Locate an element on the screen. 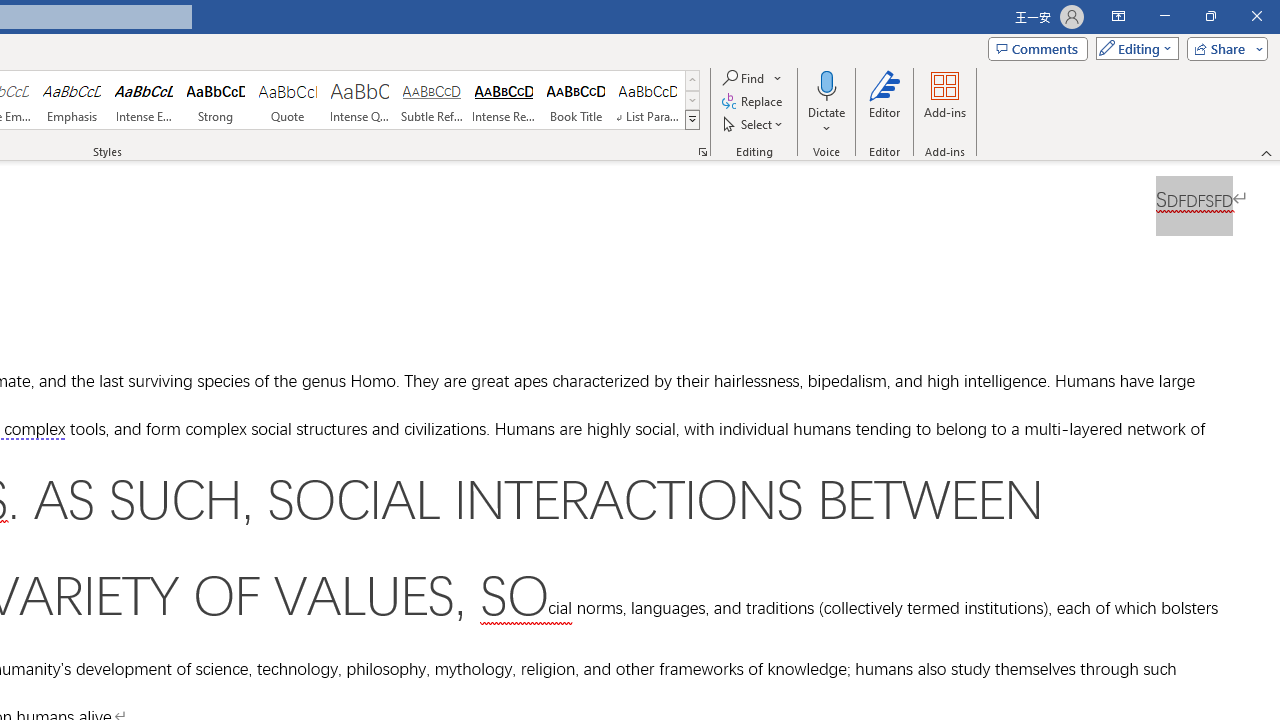  'Intense Quote' is located at coordinates (359, 100).